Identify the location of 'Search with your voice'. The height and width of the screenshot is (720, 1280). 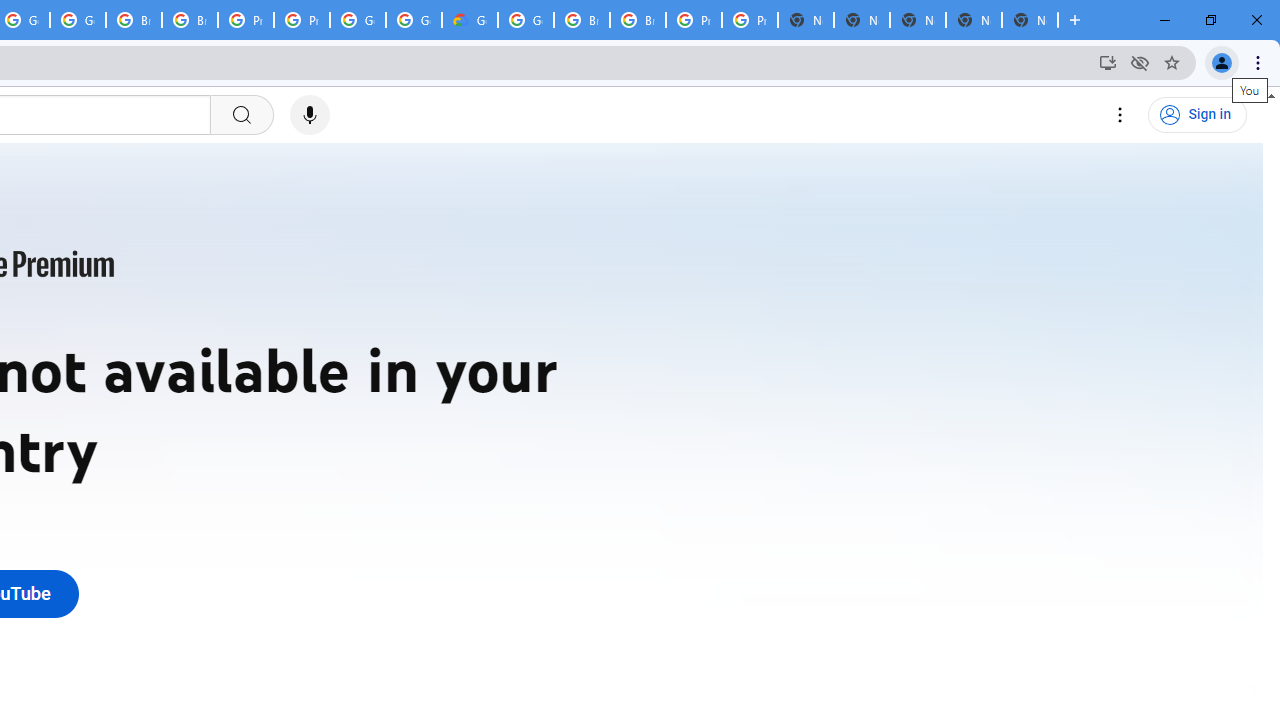
(308, 115).